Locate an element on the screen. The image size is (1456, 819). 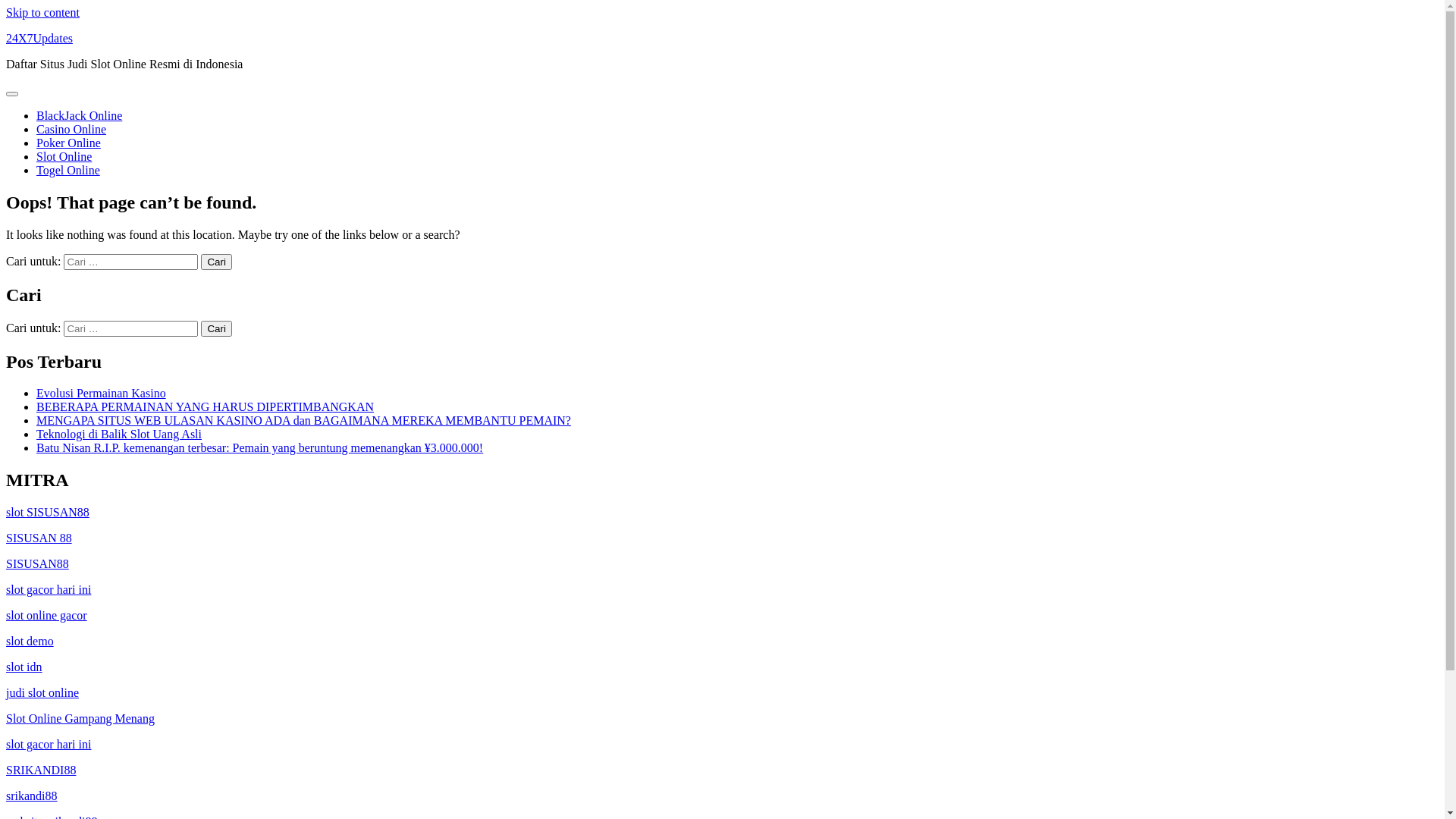
'Evolusi Permainan Kasino' is located at coordinates (100, 392).